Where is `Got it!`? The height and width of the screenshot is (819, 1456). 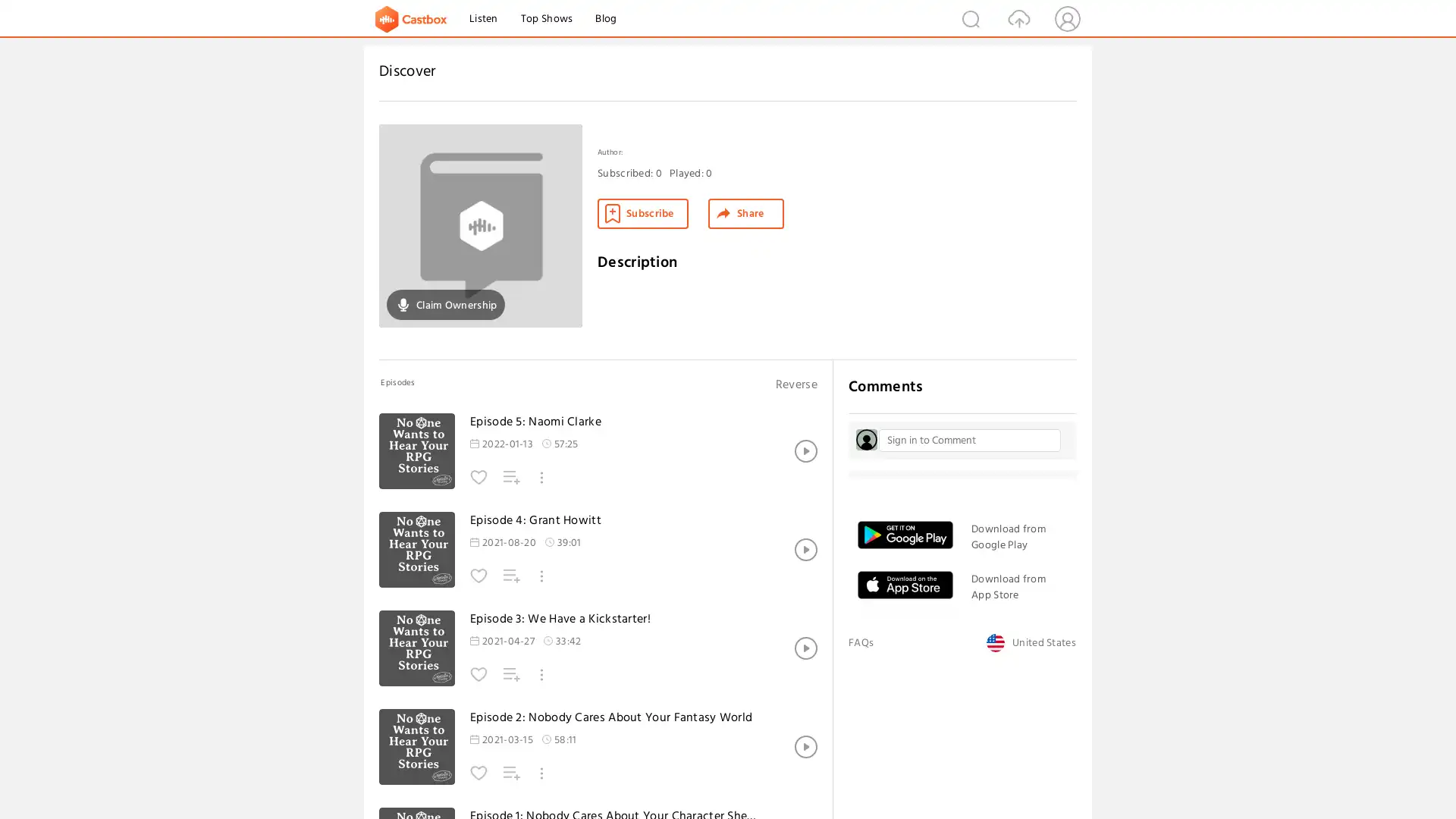 Got it! is located at coordinates (1387, 778).